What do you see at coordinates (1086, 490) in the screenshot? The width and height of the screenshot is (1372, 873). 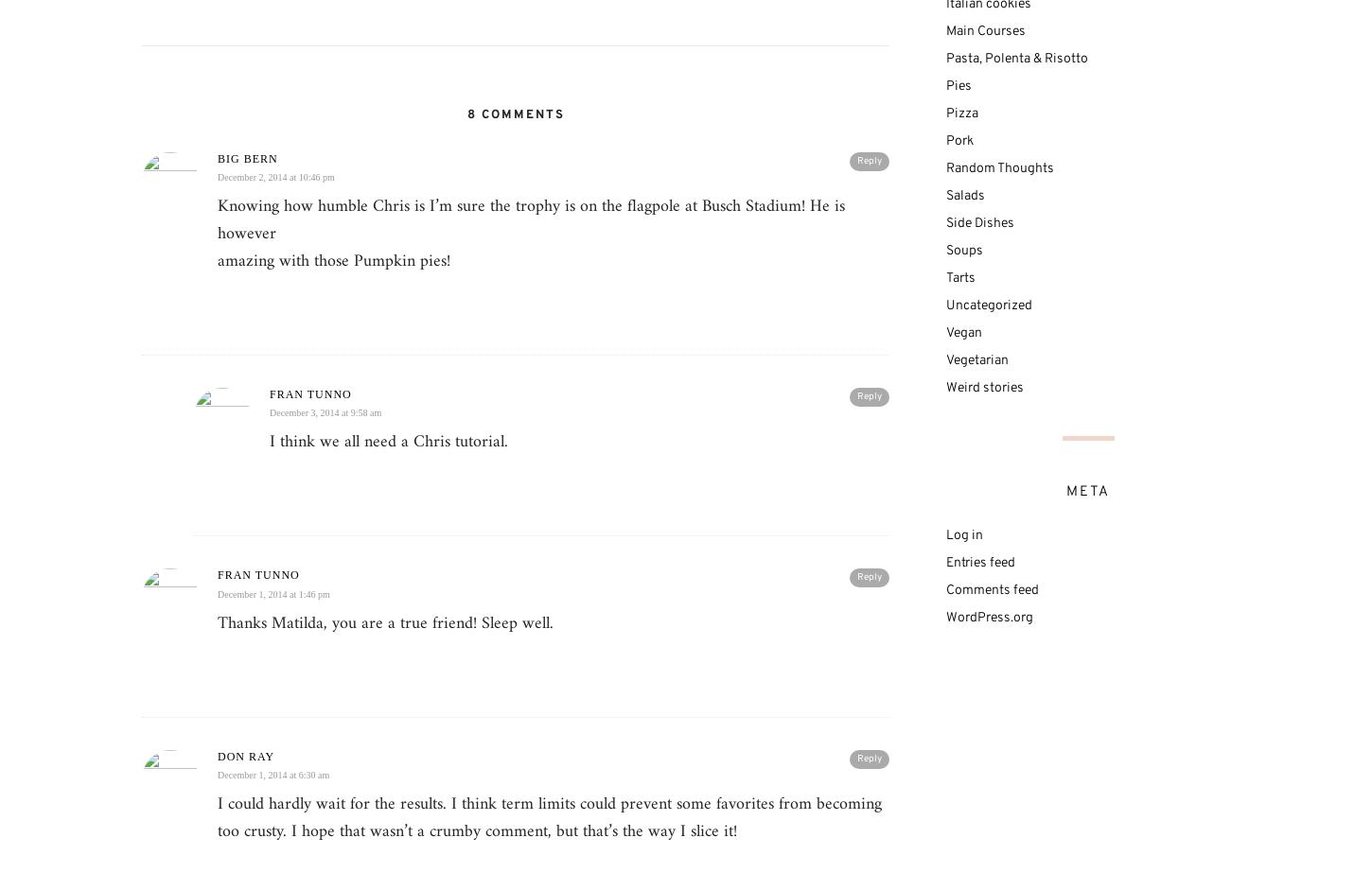 I see `'Meta'` at bounding box center [1086, 490].